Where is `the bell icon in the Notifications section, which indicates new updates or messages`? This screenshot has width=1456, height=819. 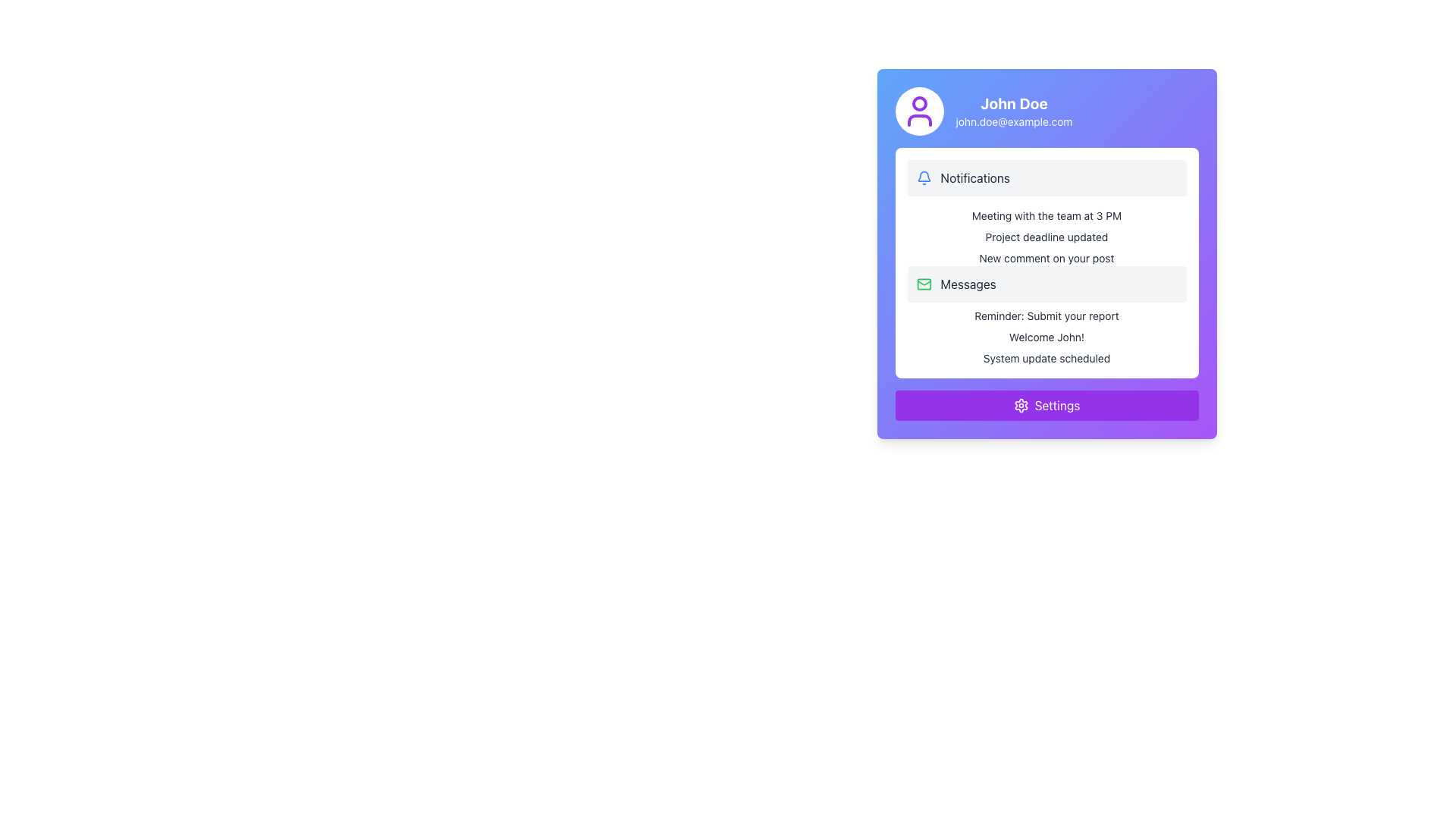 the bell icon in the Notifications section, which indicates new updates or messages is located at coordinates (923, 177).